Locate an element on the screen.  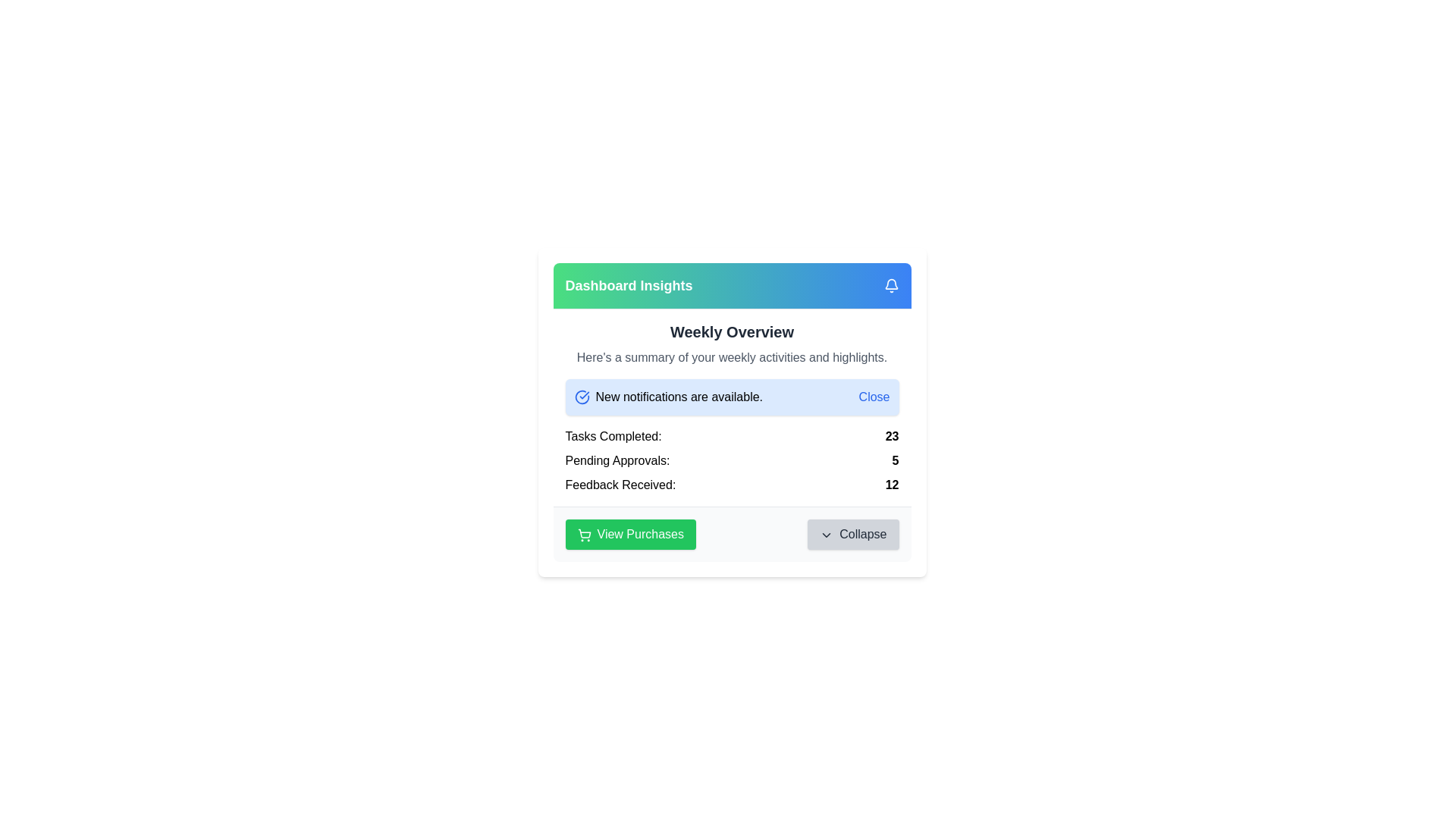
the button located in the lower section of a card-like interface, positioned to the left of the 'Collapse' button is located at coordinates (630, 534).